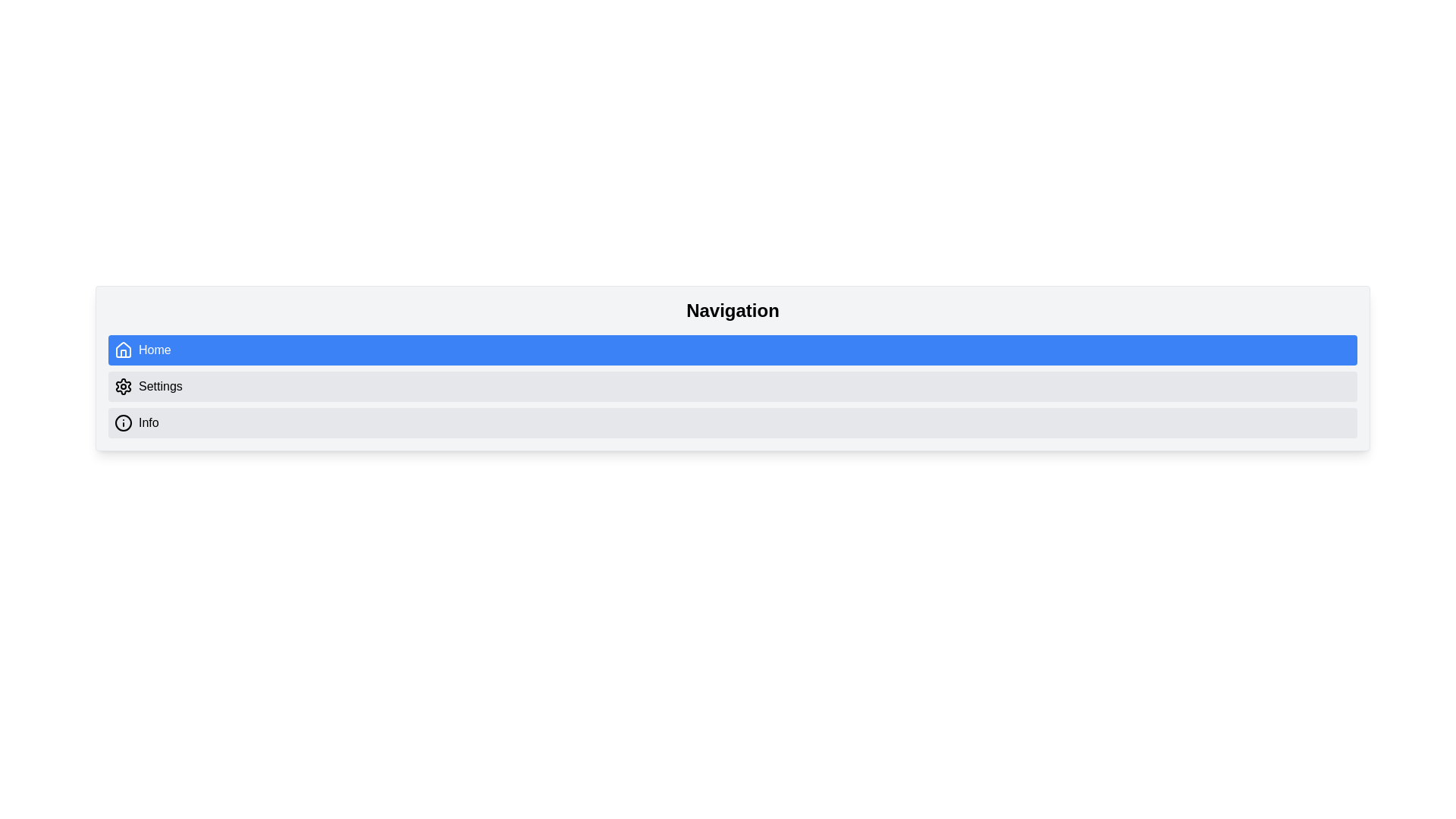  I want to click on the gear-shaped icon in the 'Settings' row of the navigation menu, so click(124, 385).